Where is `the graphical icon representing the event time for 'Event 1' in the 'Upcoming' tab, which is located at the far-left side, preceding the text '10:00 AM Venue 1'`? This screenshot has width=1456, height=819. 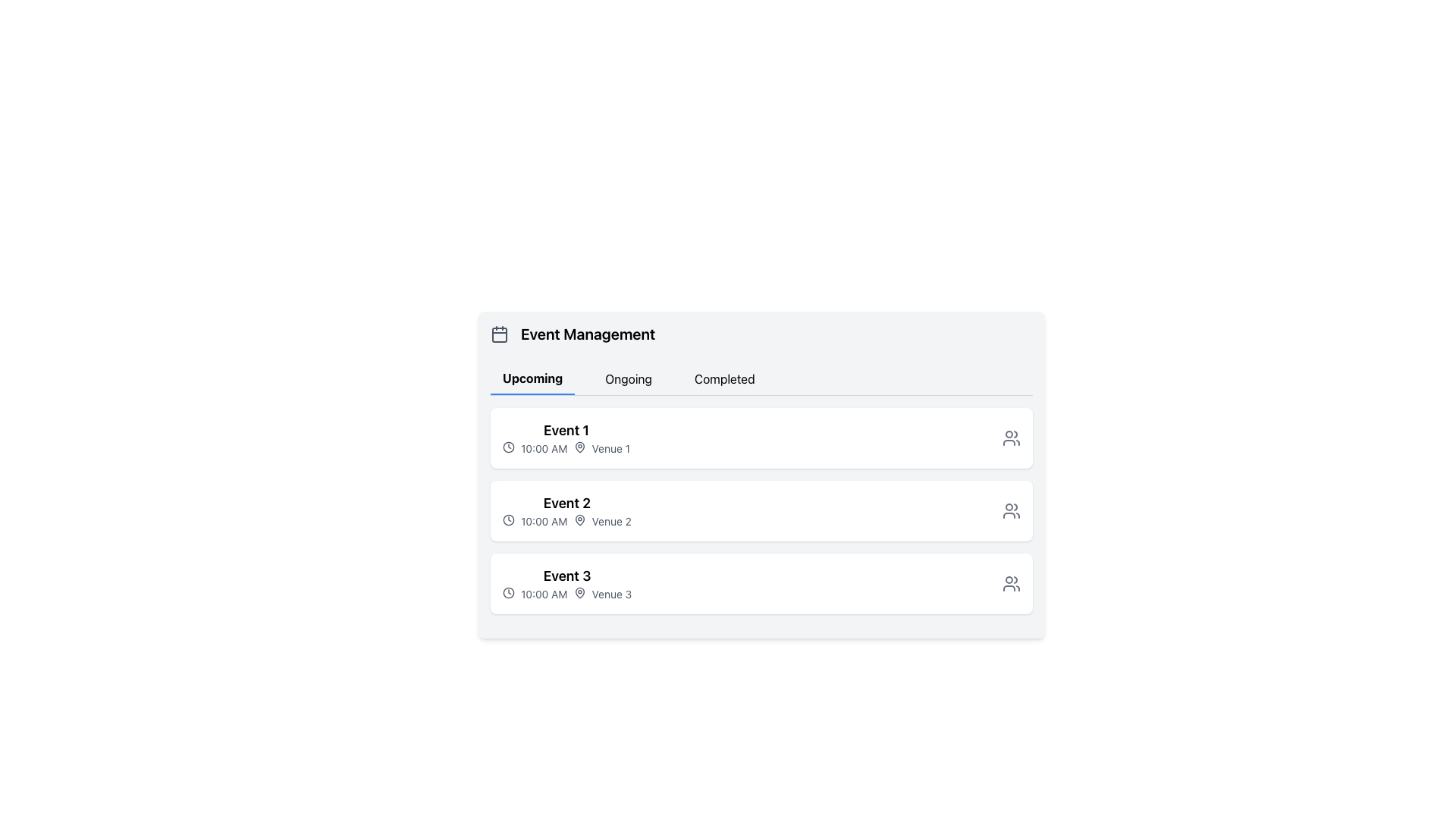 the graphical icon representing the event time for 'Event 1' in the 'Upcoming' tab, which is located at the far-left side, preceding the text '10:00 AM Venue 1' is located at coordinates (509, 447).